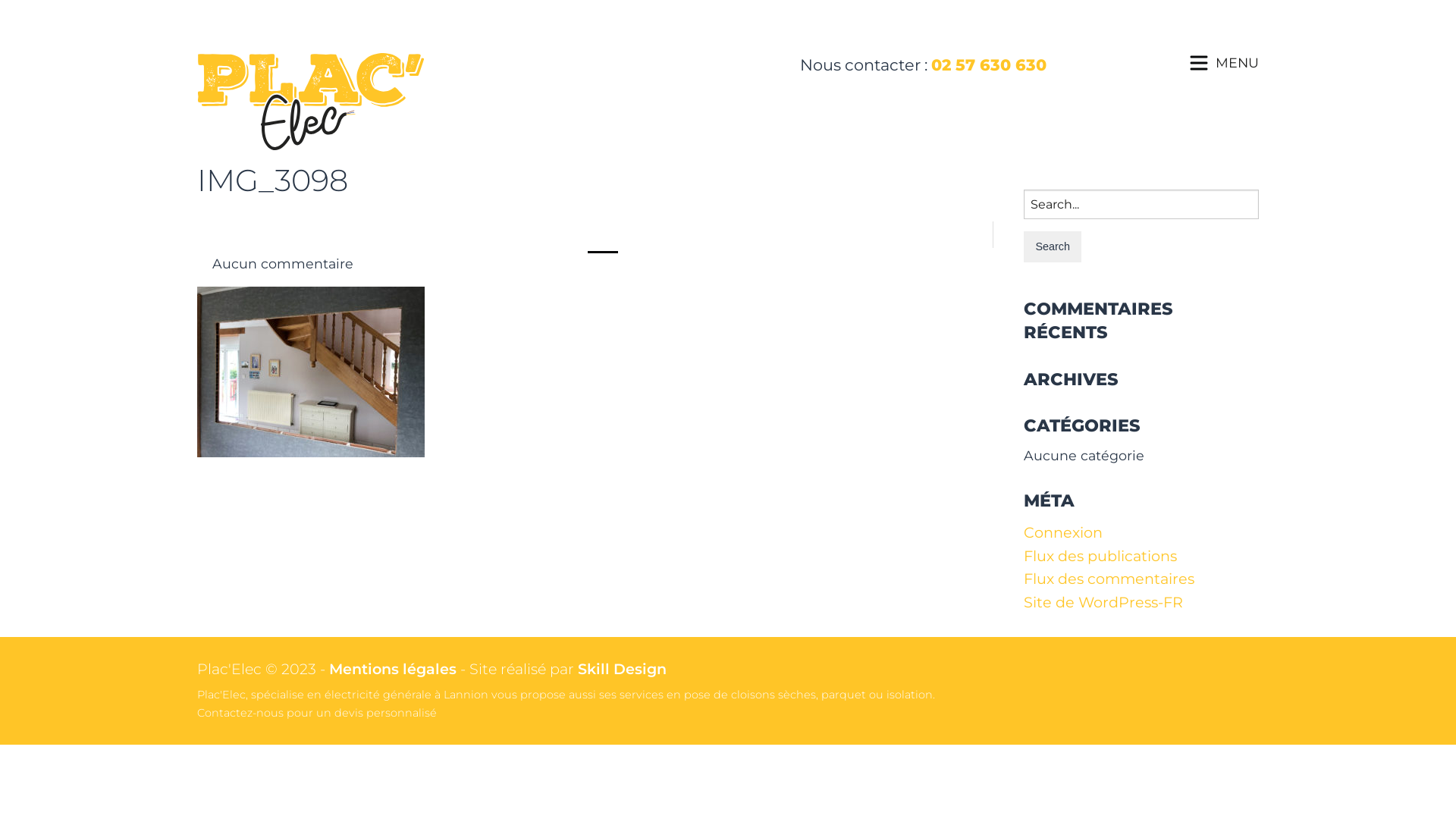 The width and height of the screenshot is (1456, 819). Describe the element at coordinates (1103, 601) in the screenshot. I see `'Site de WordPress-FR'` at that location.